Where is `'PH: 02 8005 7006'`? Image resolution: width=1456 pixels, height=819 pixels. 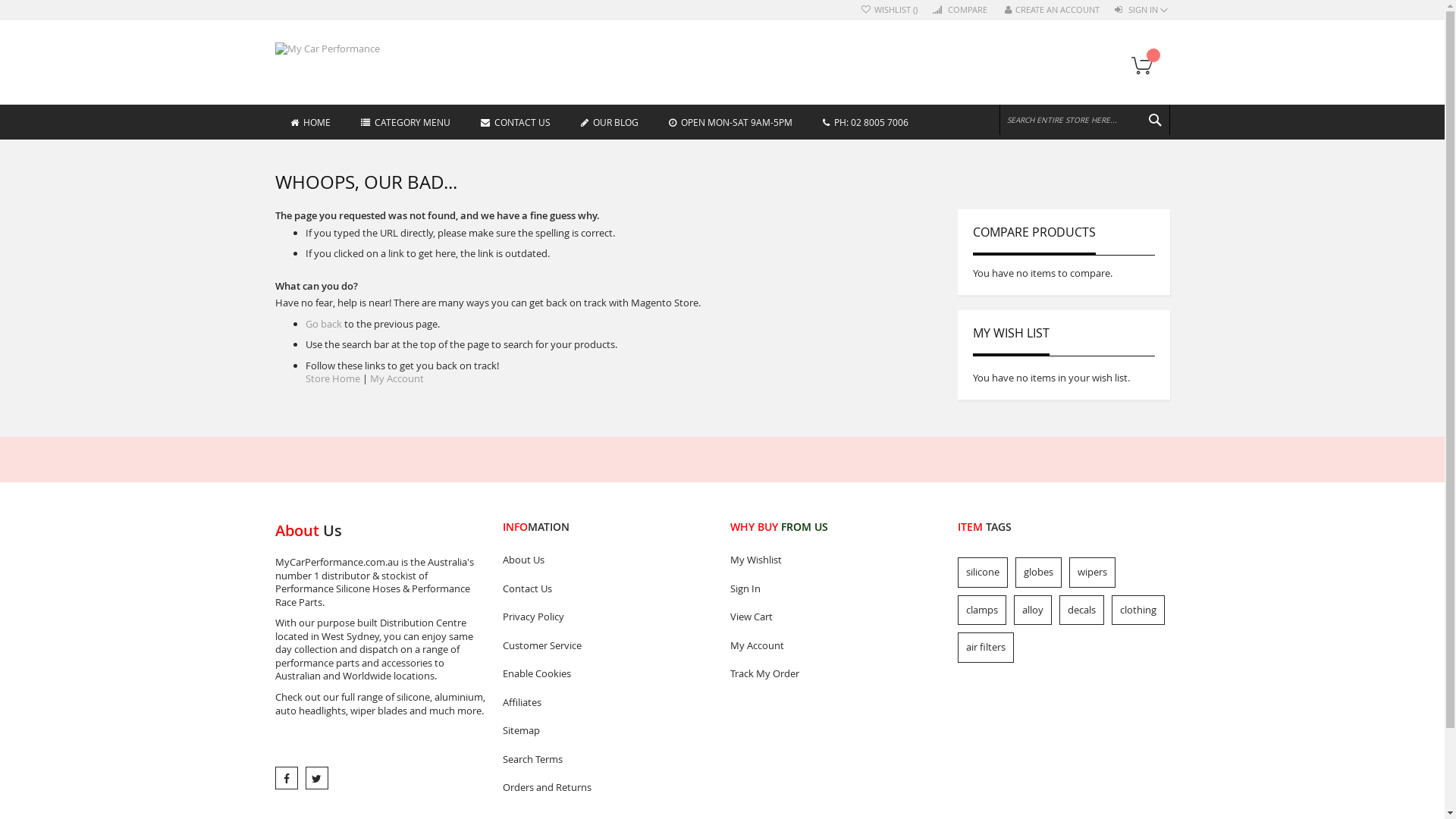
'PH: 02 8005 7006' is located at coordinates (806, 121).